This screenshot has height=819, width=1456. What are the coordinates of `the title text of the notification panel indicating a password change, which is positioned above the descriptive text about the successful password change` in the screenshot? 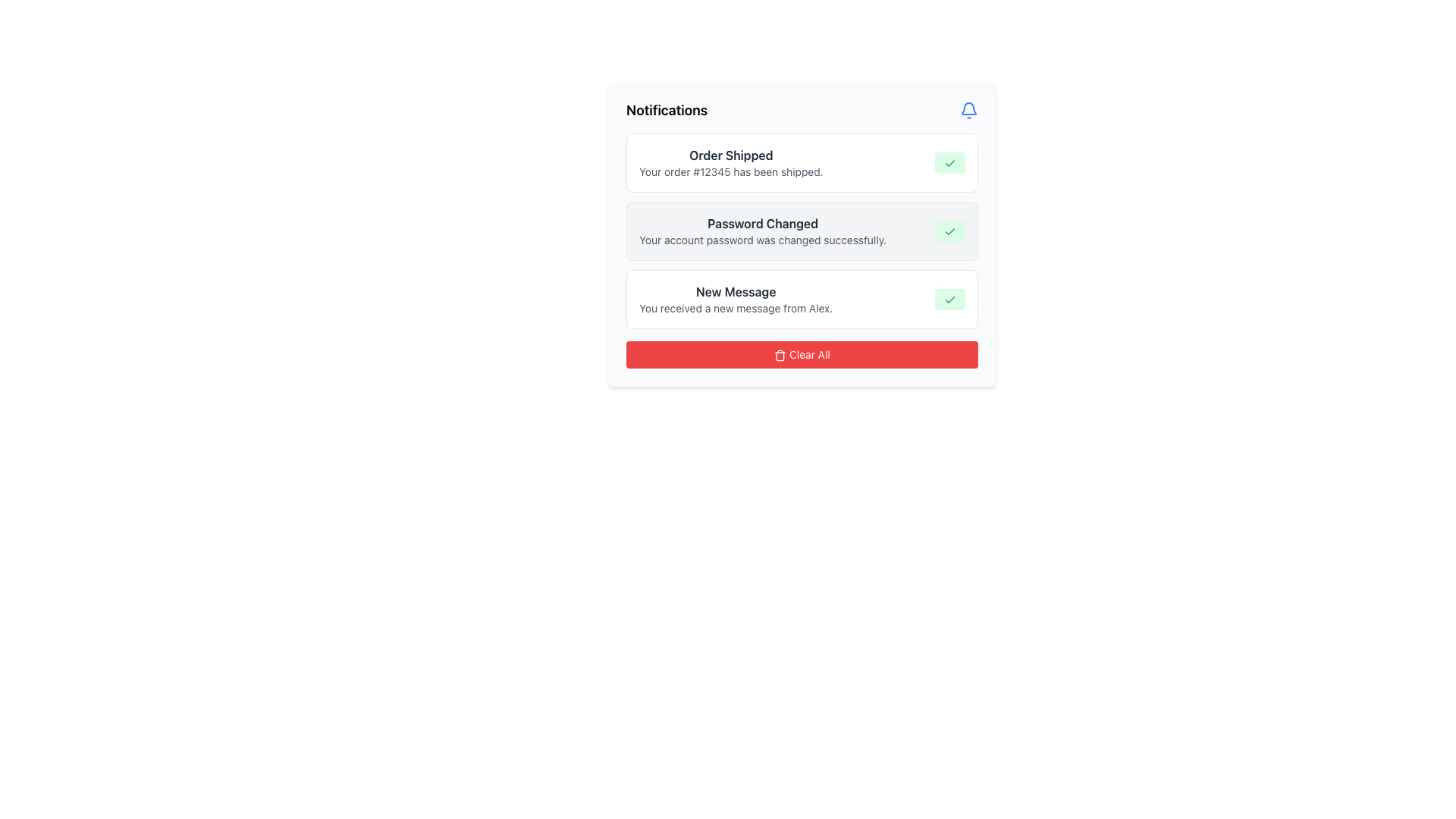 It's located at (763, 223).